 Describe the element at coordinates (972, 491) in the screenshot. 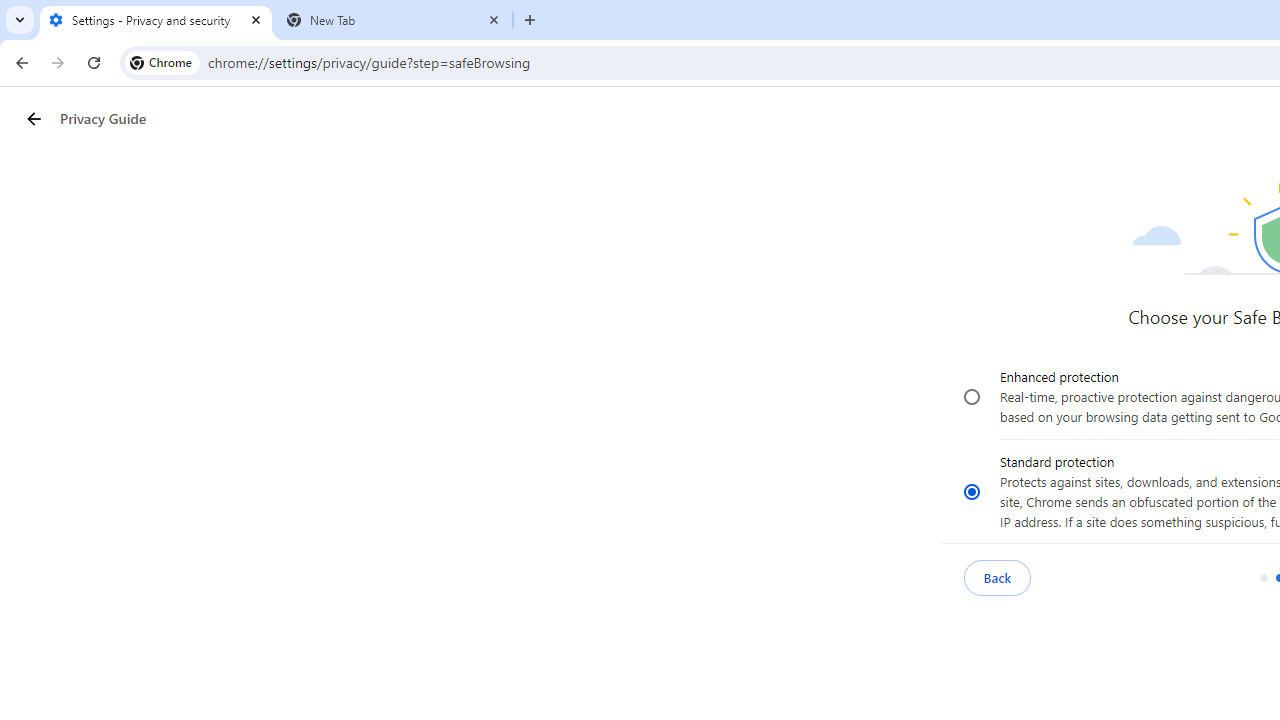

I see `'Standard protection'` at that location.